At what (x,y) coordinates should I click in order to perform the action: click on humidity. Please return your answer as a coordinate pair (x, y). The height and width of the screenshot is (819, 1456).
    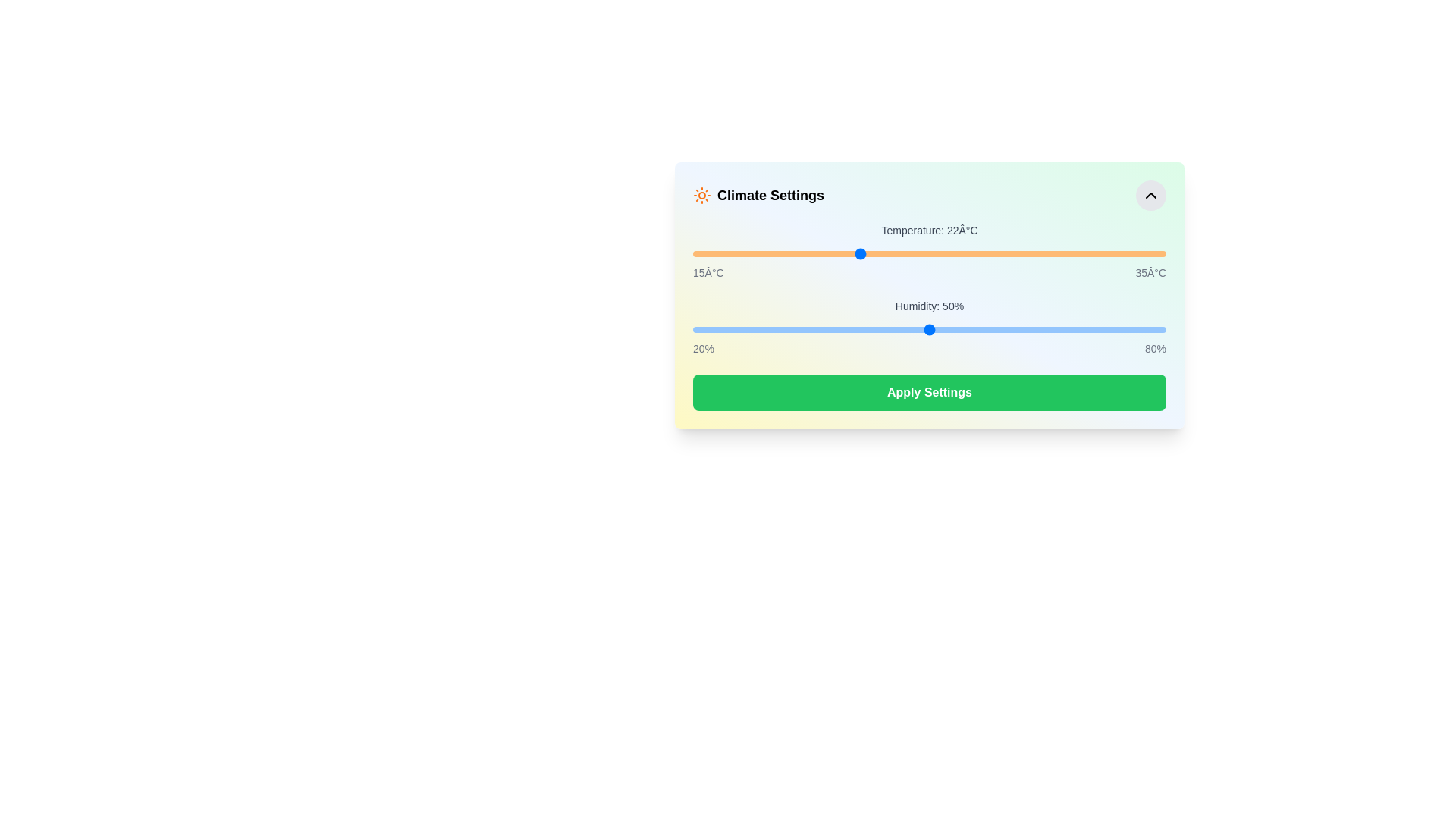
    Looking at the image, I should click on (787, 329).